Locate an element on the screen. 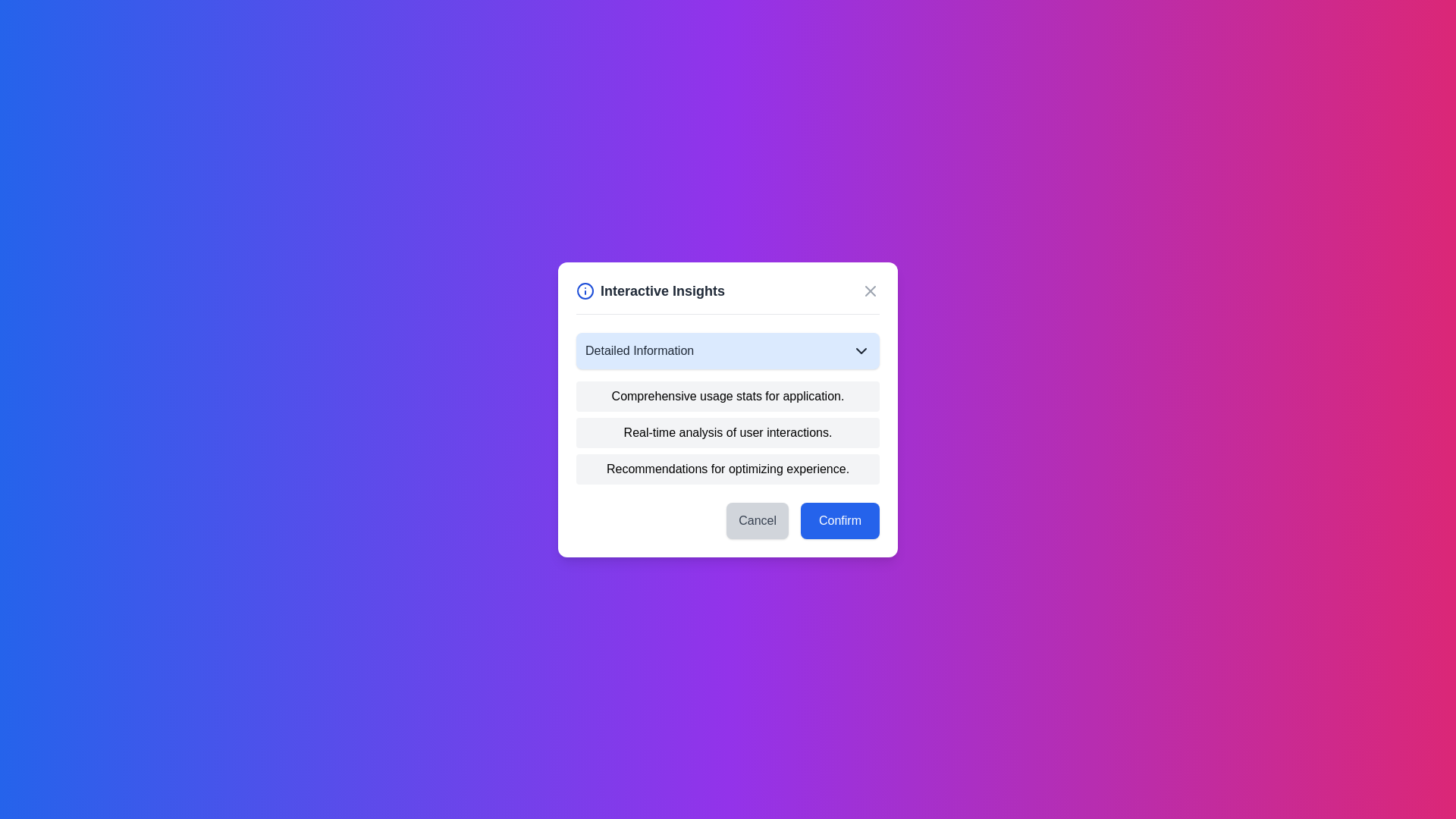  the downward-pointing chevron icon located to the right of the 'Detailed Information' text is located at coordinates (861, 350).